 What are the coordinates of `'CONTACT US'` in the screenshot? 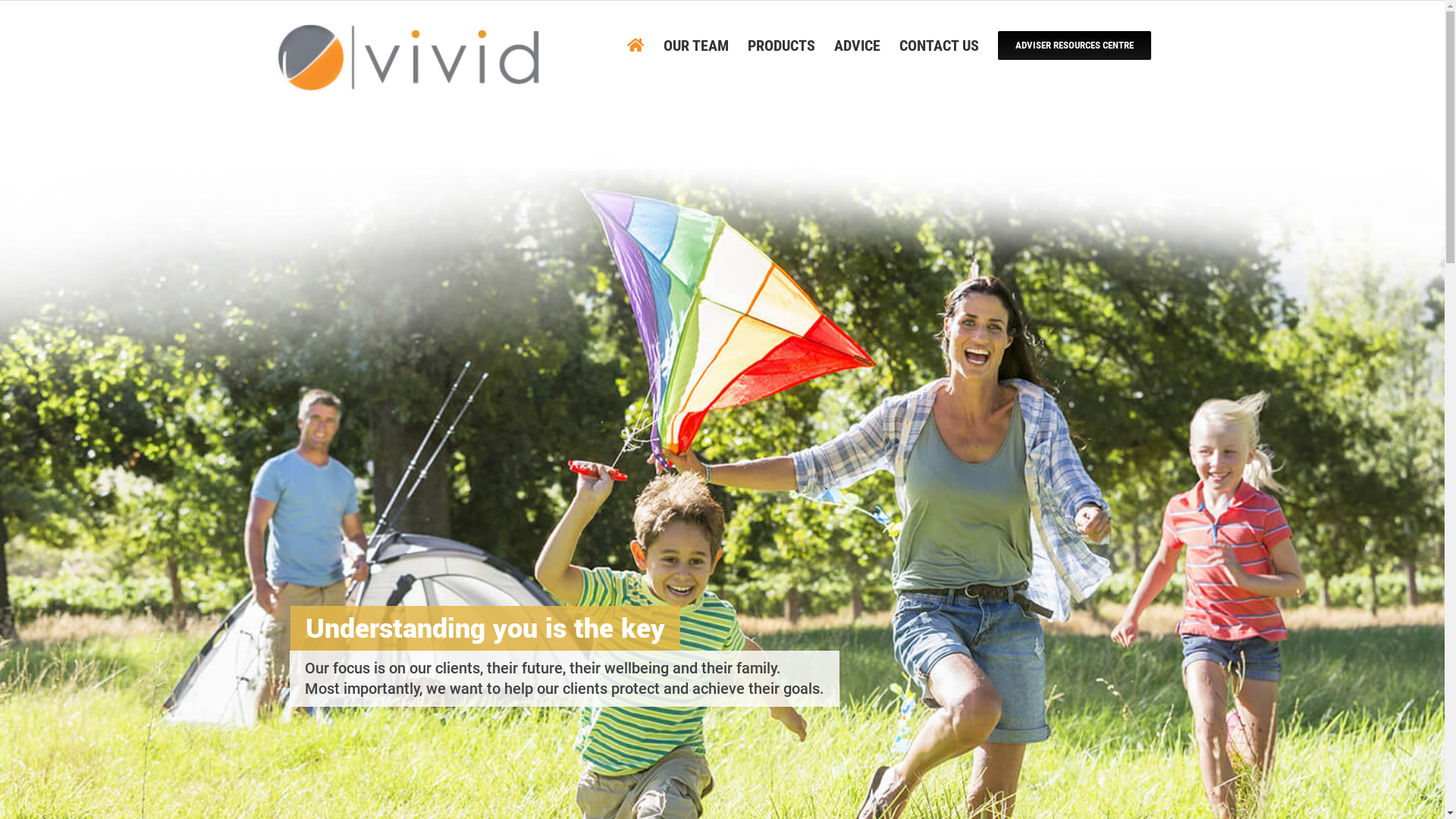 It's located at (938, 45).